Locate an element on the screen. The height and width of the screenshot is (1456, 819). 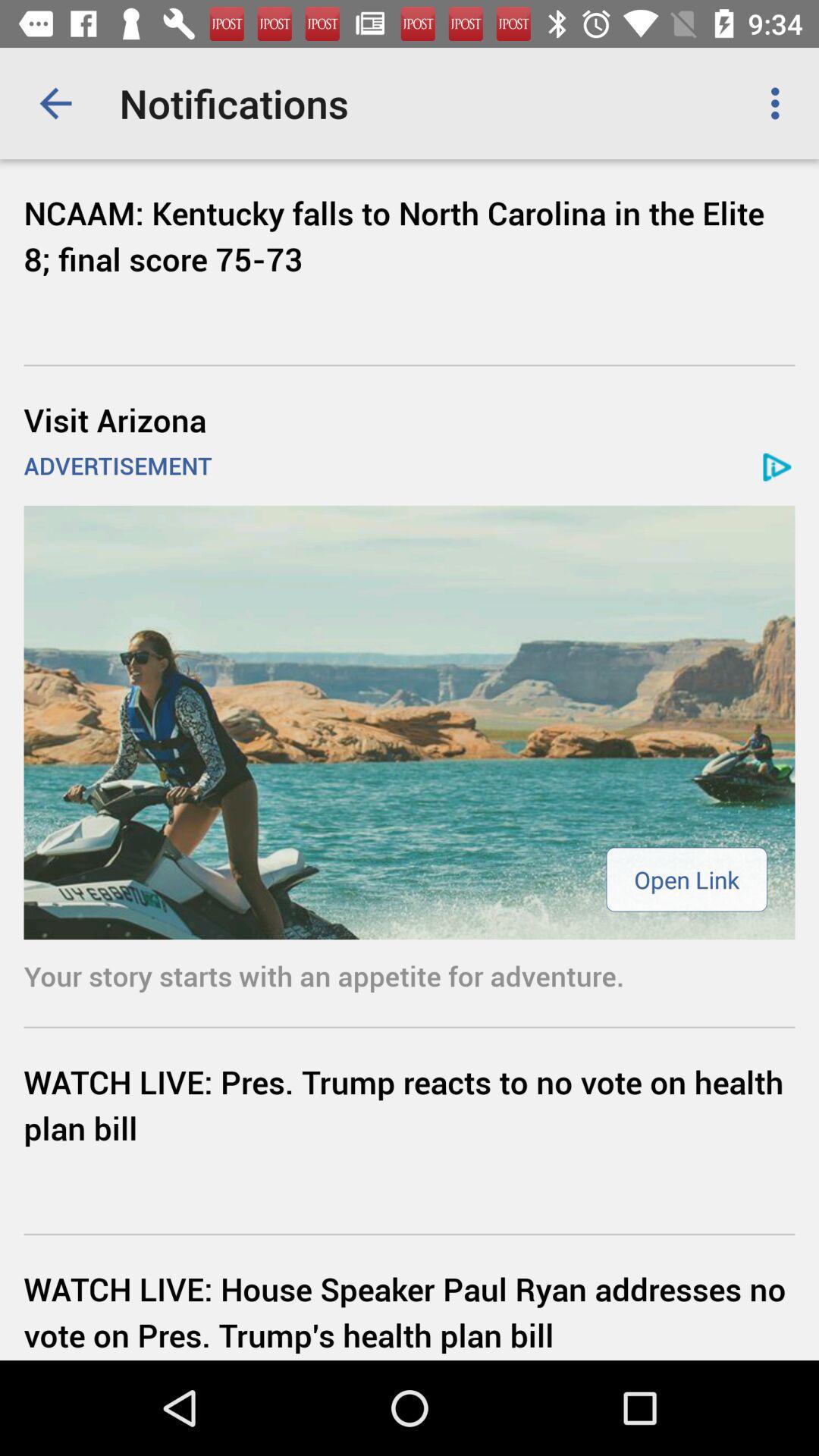
icon at the center is located at coordinates (409, 721).